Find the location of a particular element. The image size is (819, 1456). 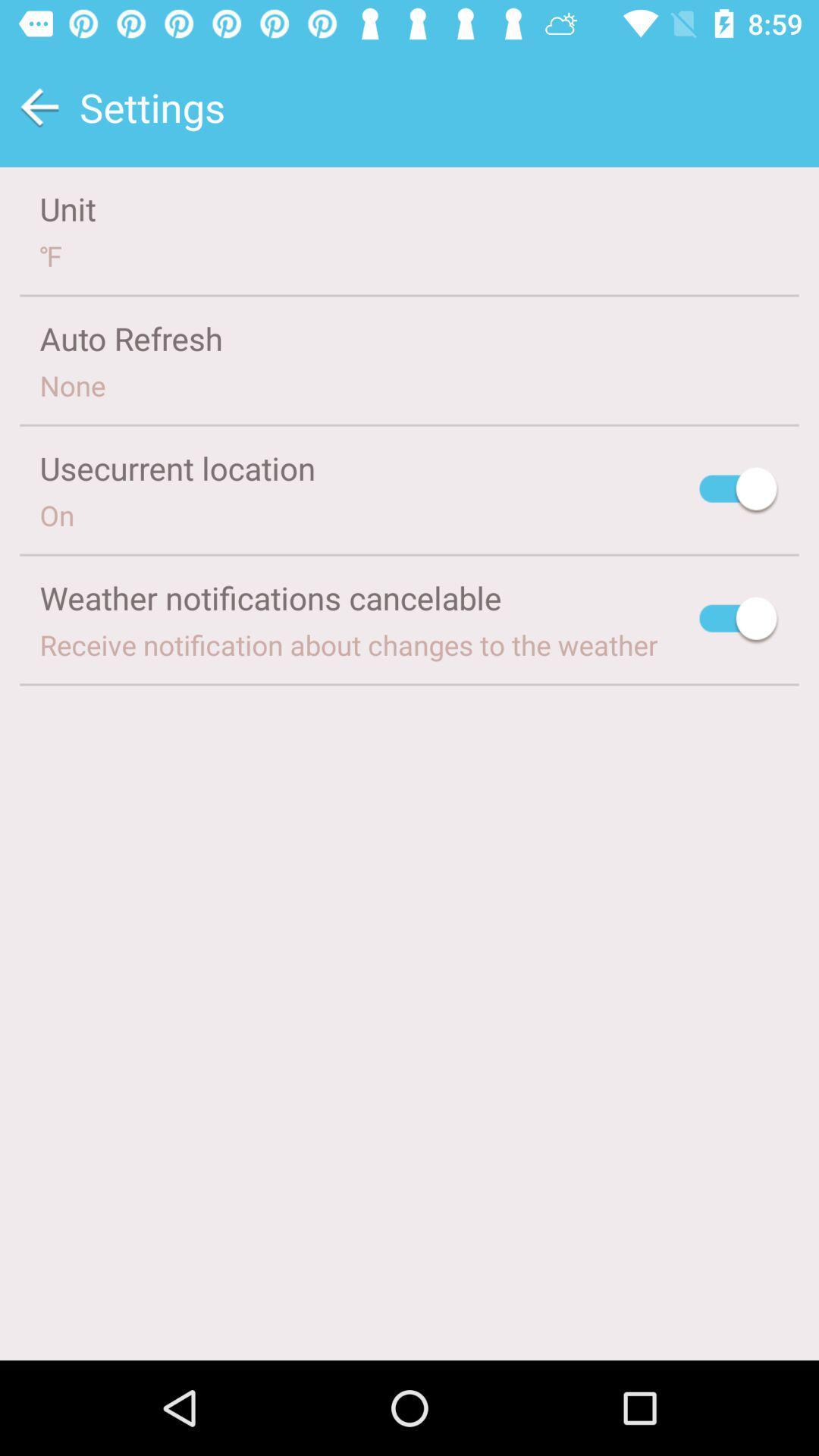

item above unit is located at coordinates (39, 106).